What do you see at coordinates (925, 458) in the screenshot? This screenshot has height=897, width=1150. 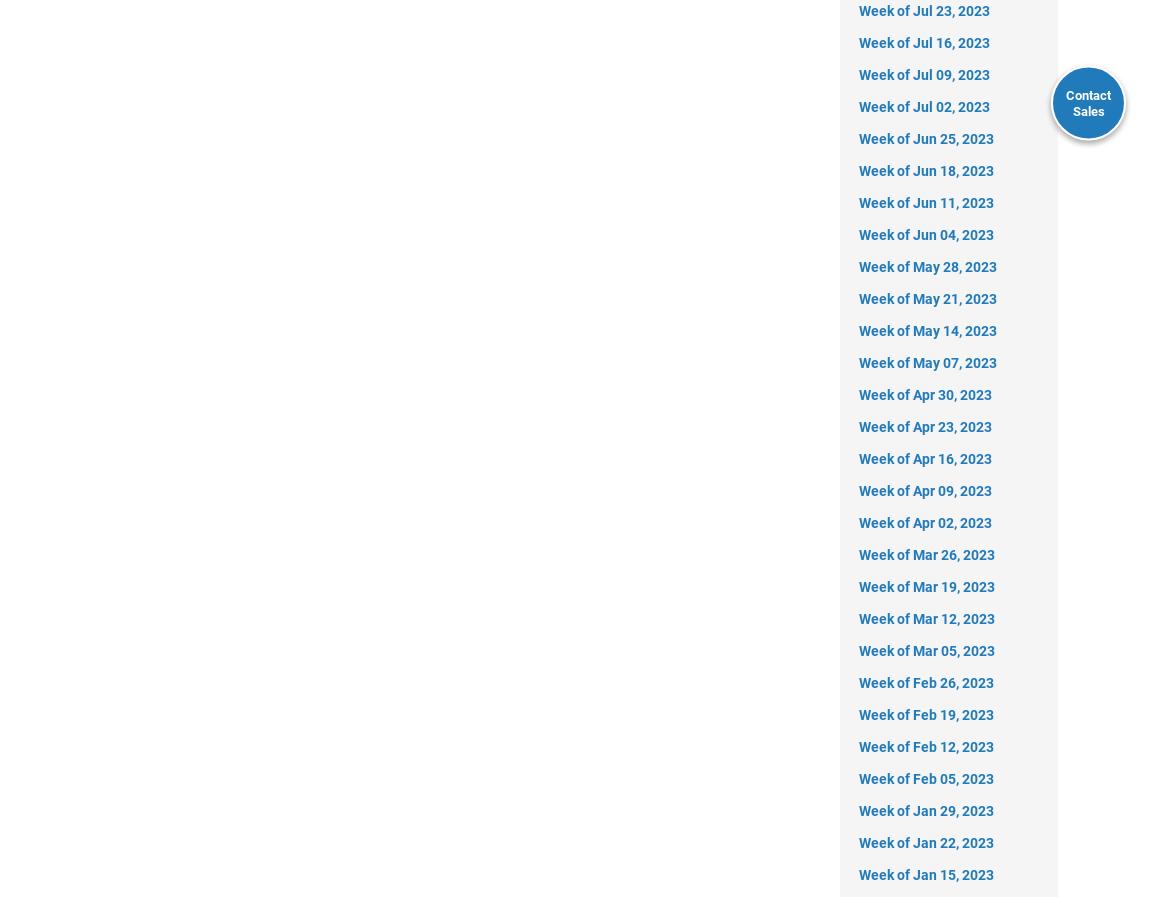 I see `'Week of Apr 16, 2023'` at bounding box center [925, 458].